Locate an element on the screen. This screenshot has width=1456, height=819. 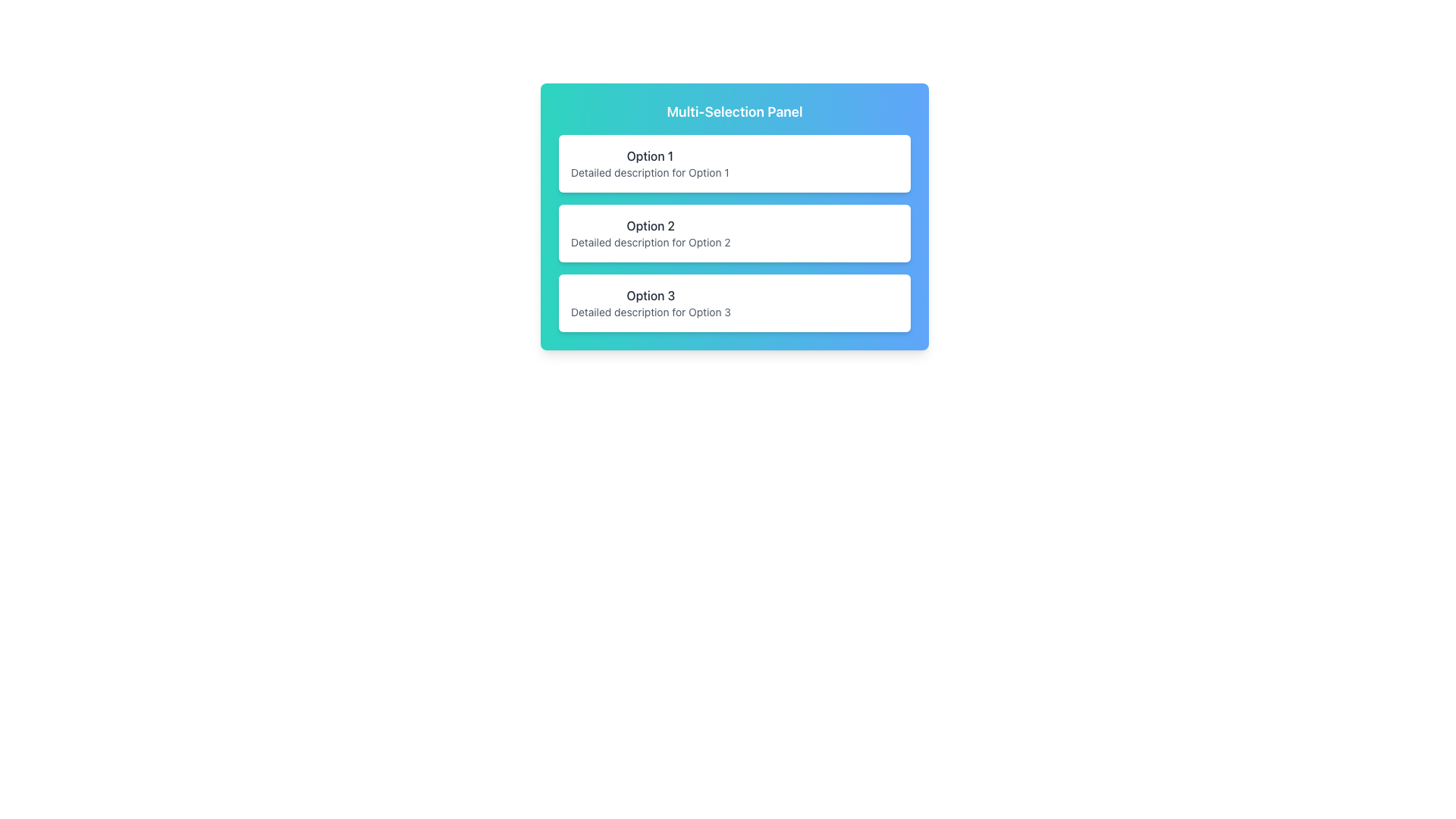
the selectable option titled 'Option 2' within the multi-selection panel is located at coordinates (651, 234).